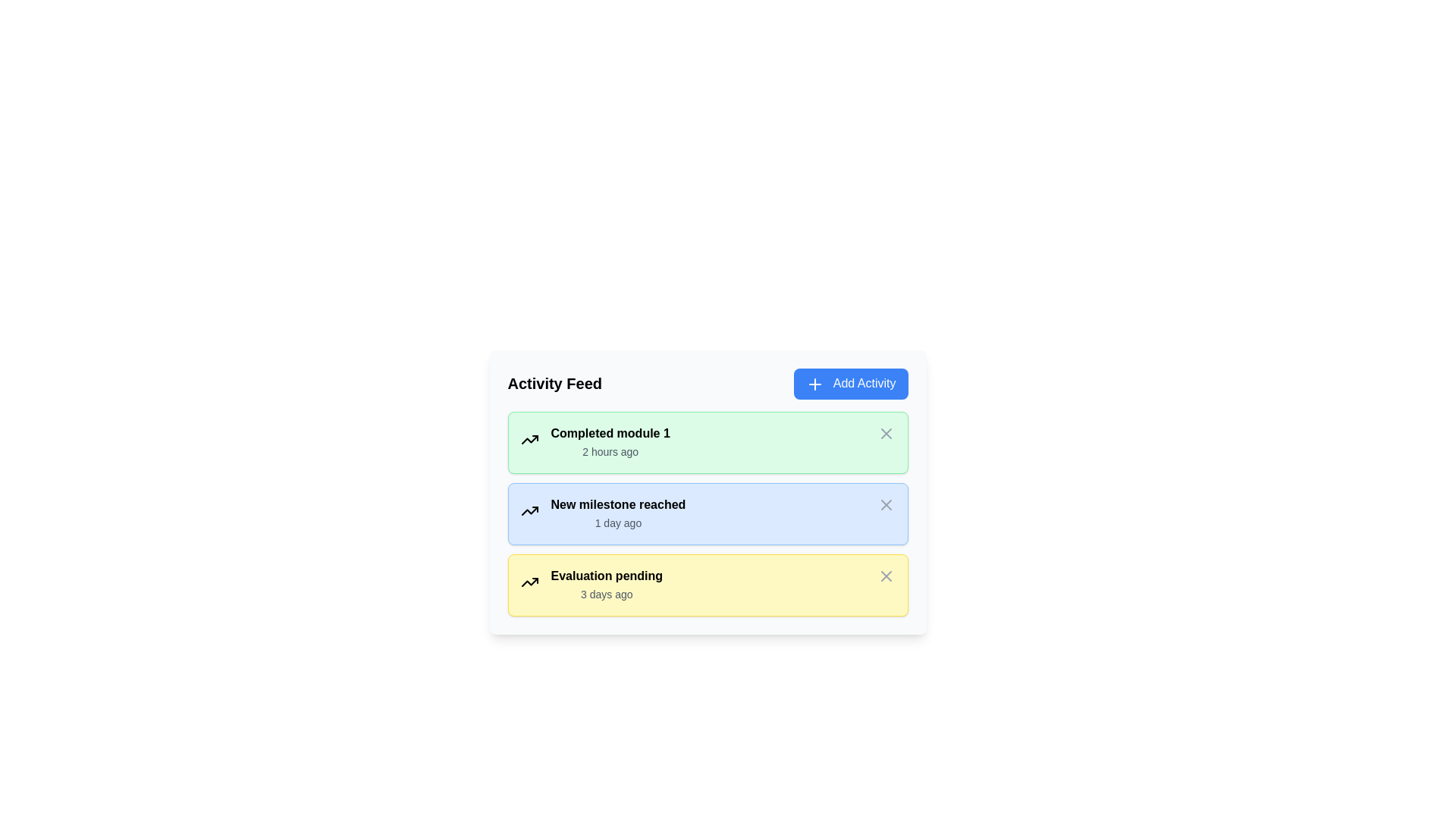  I want to click on the button in the top-right corner of the yellow activity card labeled 'Evaluation pending 3 days ago', so click(886, 576).